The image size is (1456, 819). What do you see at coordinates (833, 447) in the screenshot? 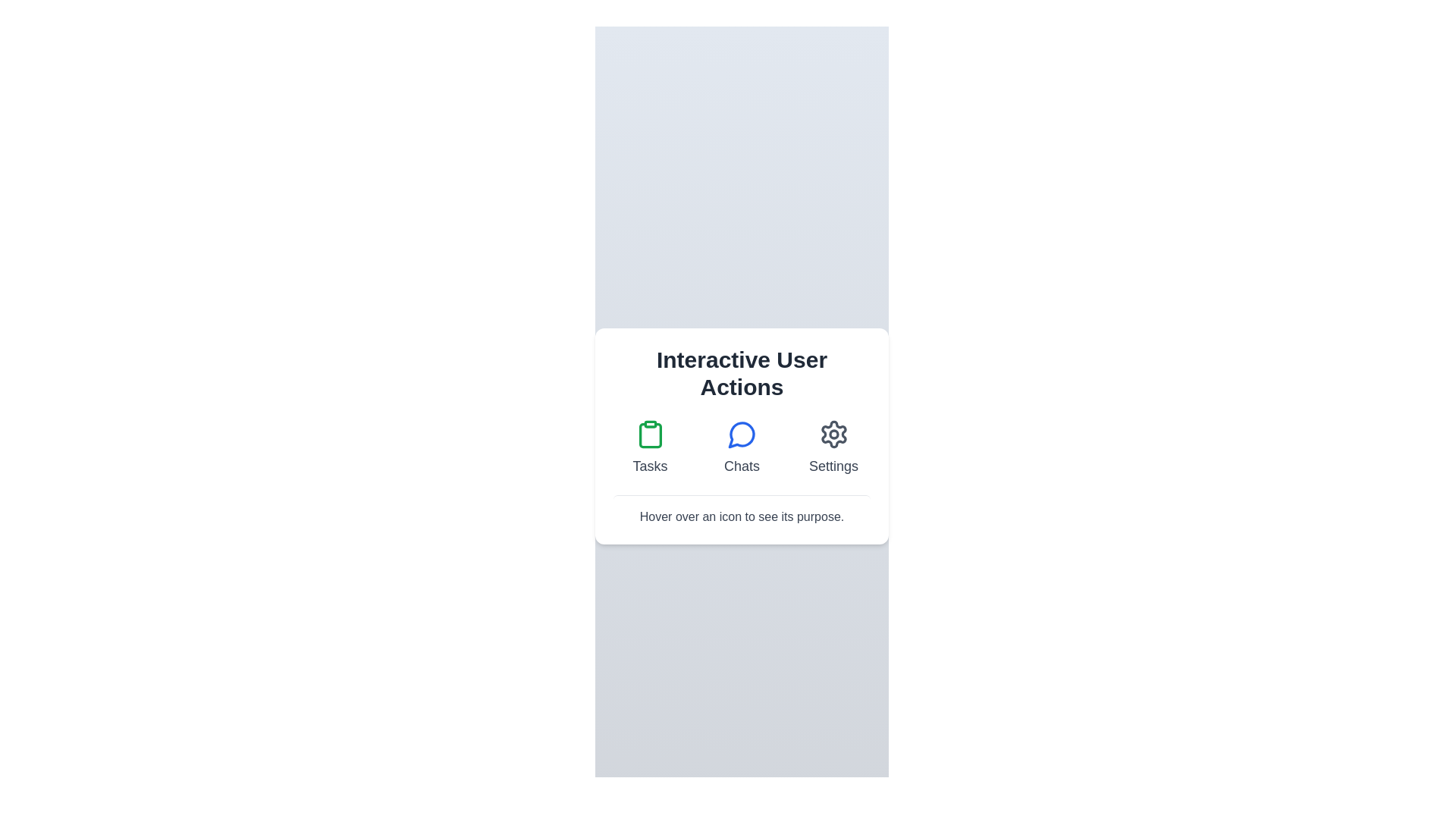
I see `the Settings button located in the bottom section of the interface` at bounding box center [833, 447].